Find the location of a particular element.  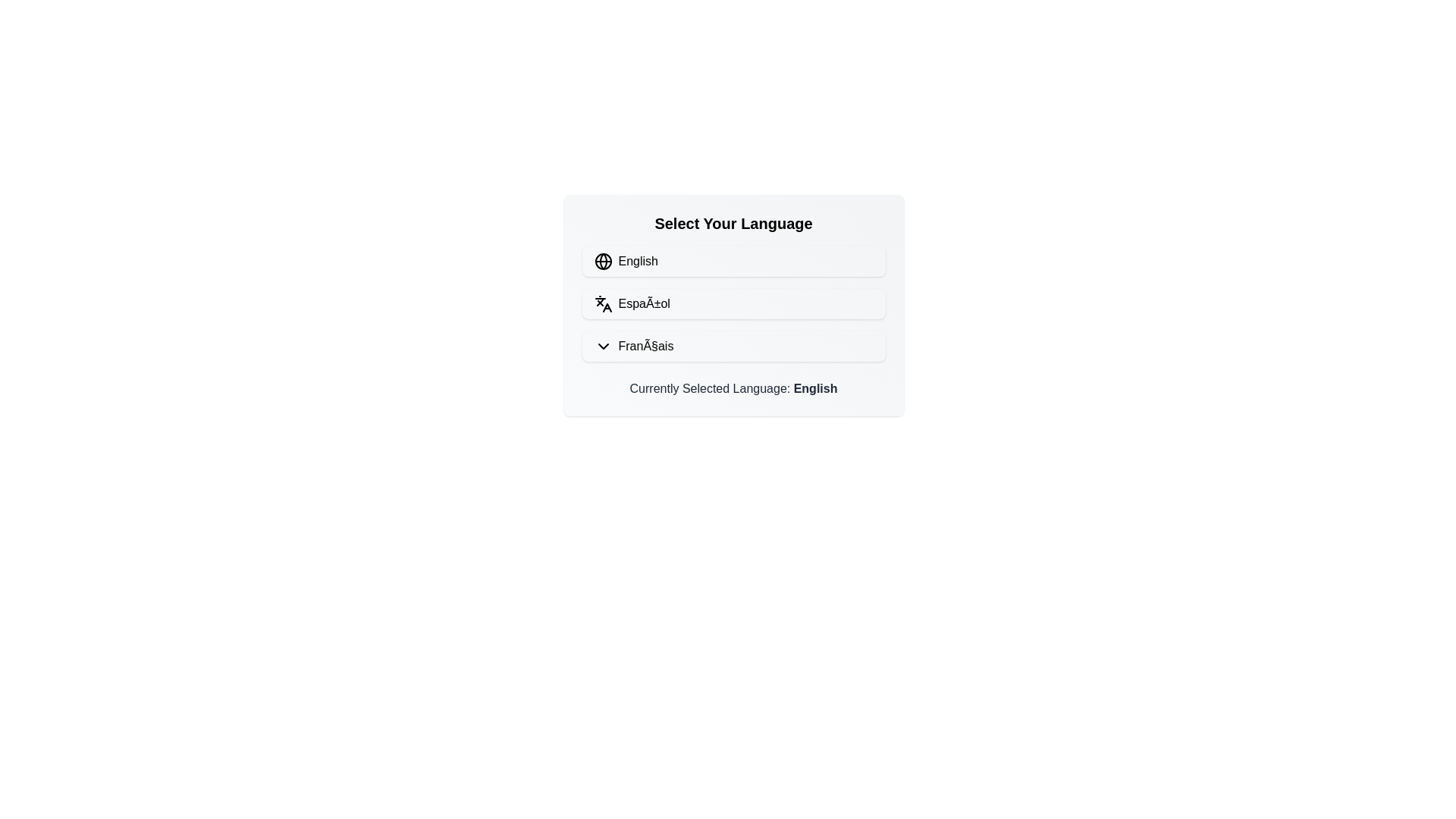

the language icon representing 'Español', which is black and located left of the text within the button in the language selection section is located at coordinates (602, 304).